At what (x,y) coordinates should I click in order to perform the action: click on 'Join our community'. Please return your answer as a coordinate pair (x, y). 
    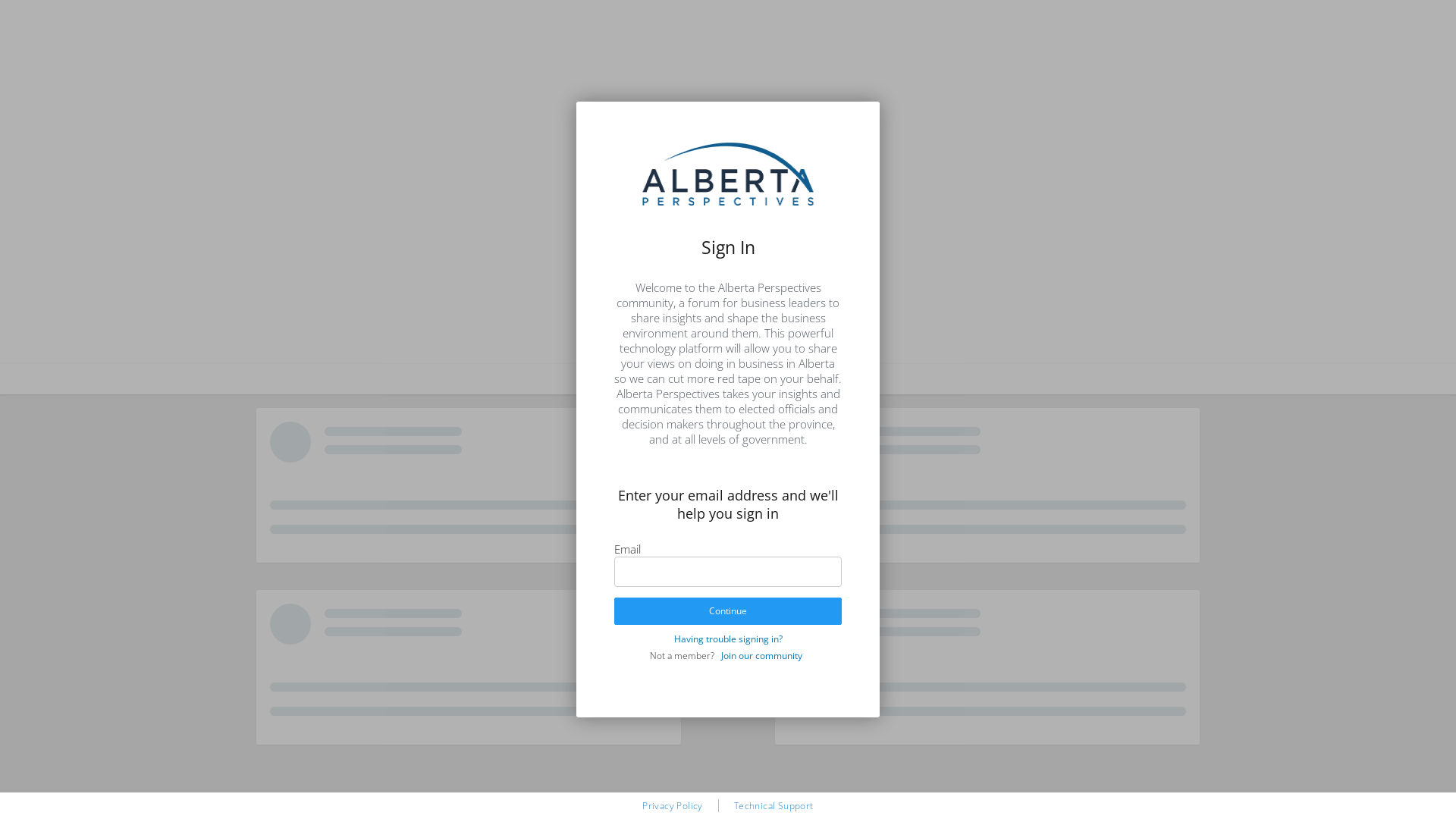
    Looking at the image, I should click on (715, 654).